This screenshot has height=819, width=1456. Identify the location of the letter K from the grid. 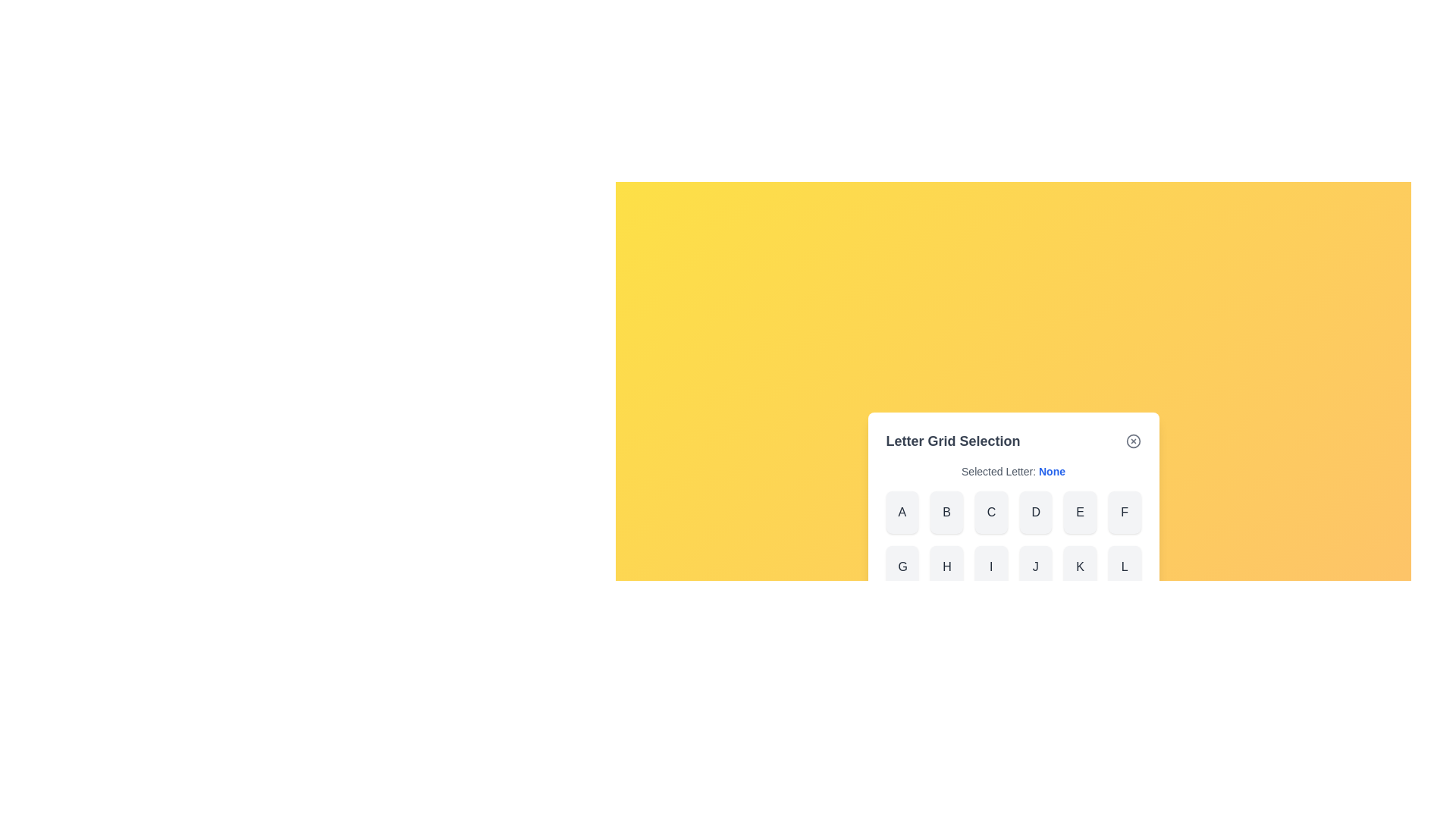
(1079, 567).